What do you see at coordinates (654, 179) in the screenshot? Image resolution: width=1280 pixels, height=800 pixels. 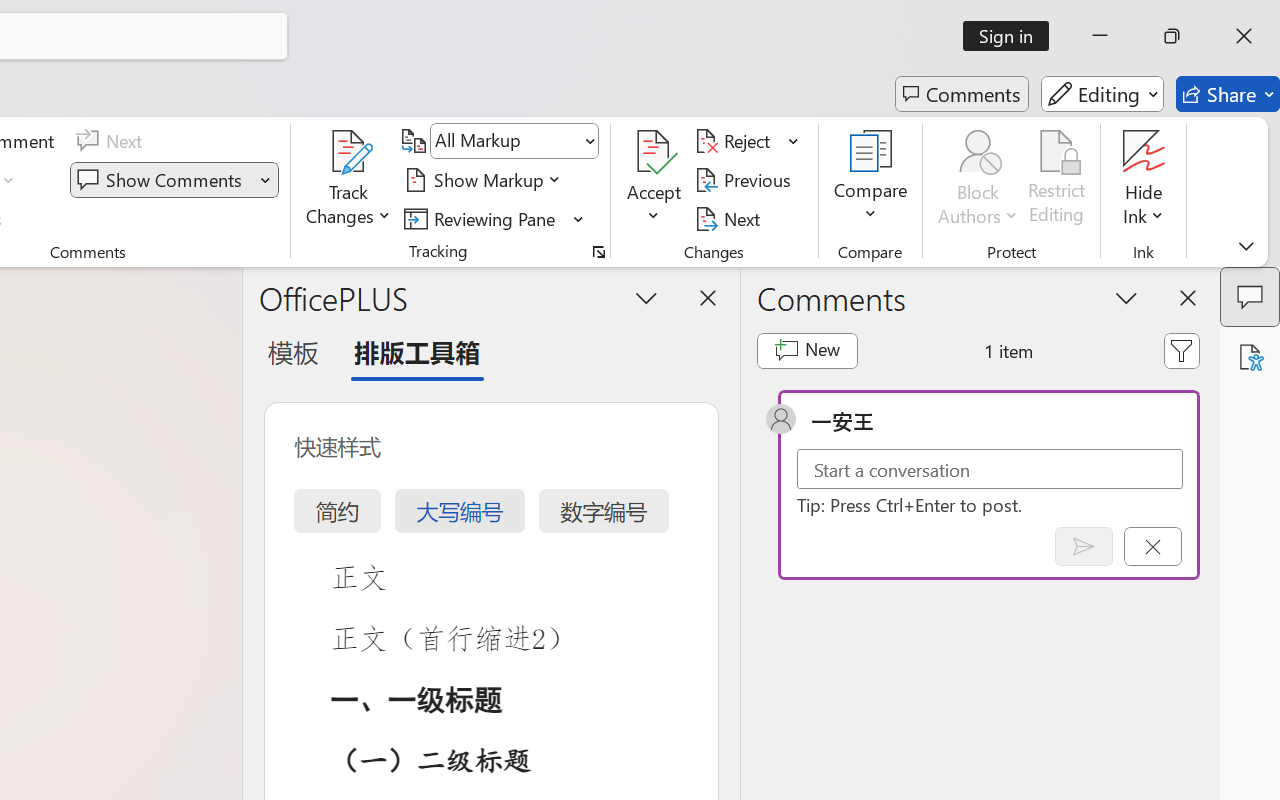 I see `'Accept'` at bounding box center [654, 179].